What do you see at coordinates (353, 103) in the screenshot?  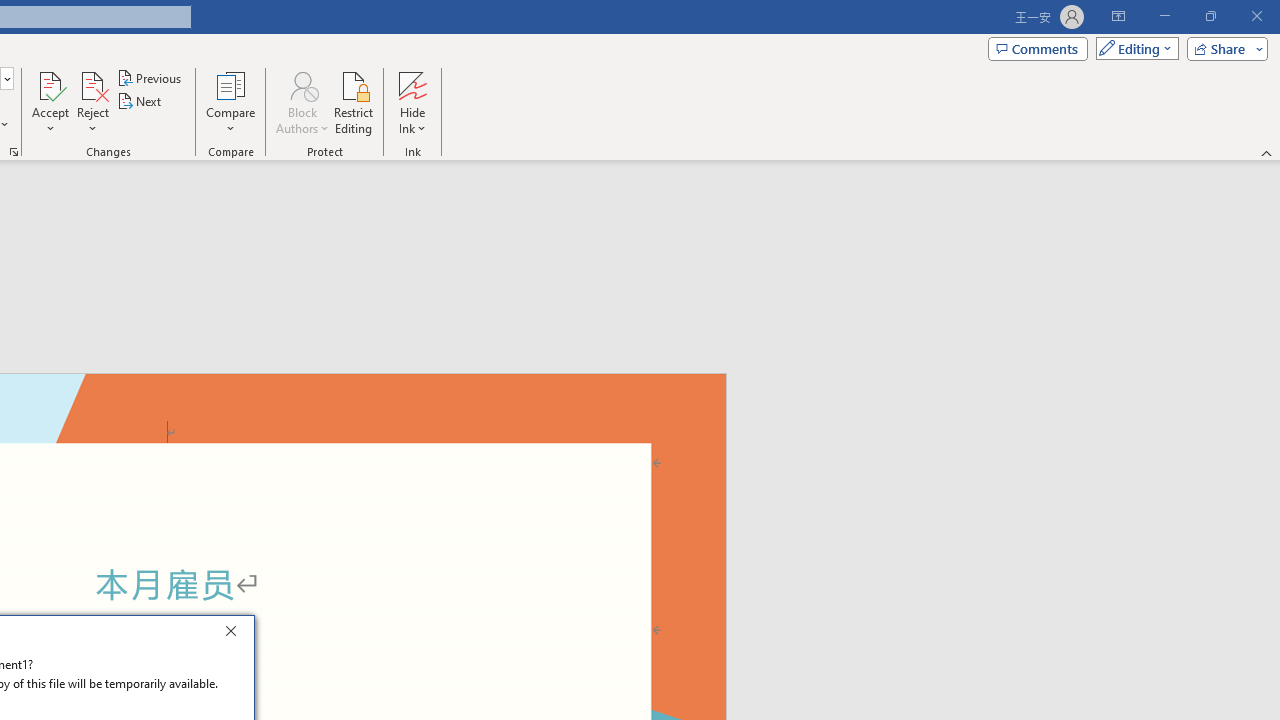 I see `'Restrict Editing'` at bounding box center [353, 103].